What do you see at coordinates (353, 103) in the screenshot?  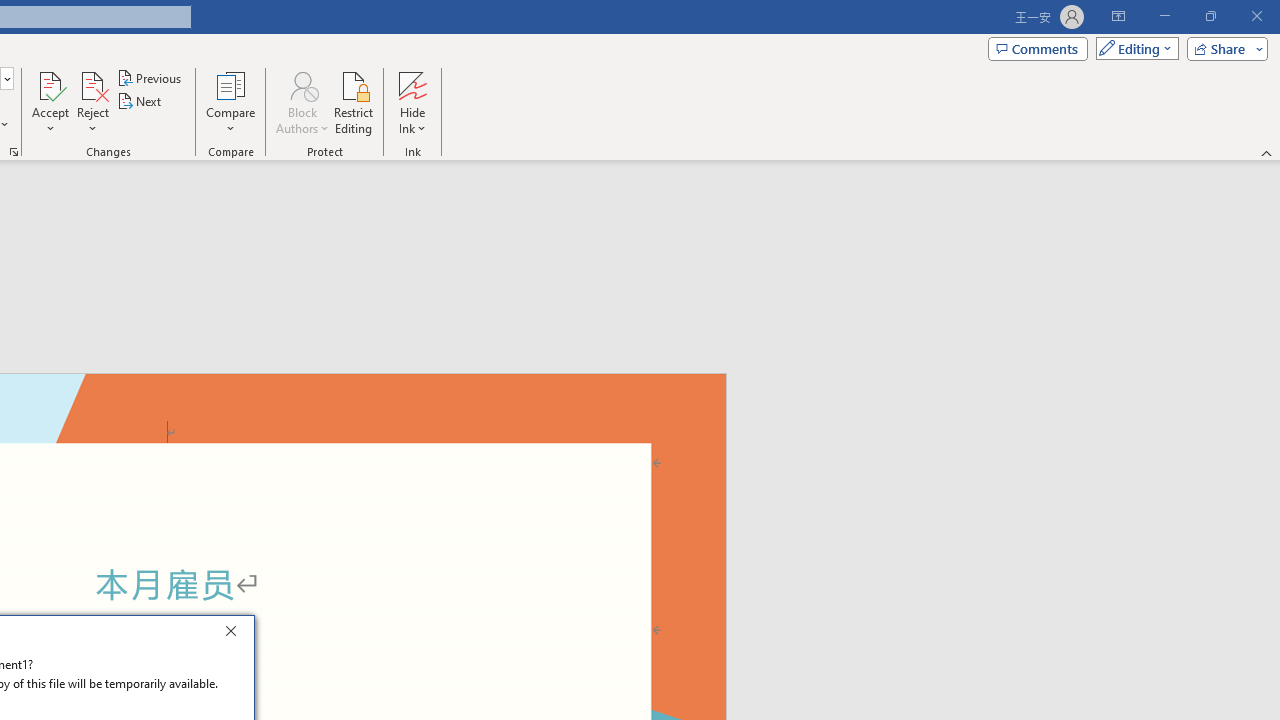 I see `'Restrict Editing'` at bounding box center [353, 103].